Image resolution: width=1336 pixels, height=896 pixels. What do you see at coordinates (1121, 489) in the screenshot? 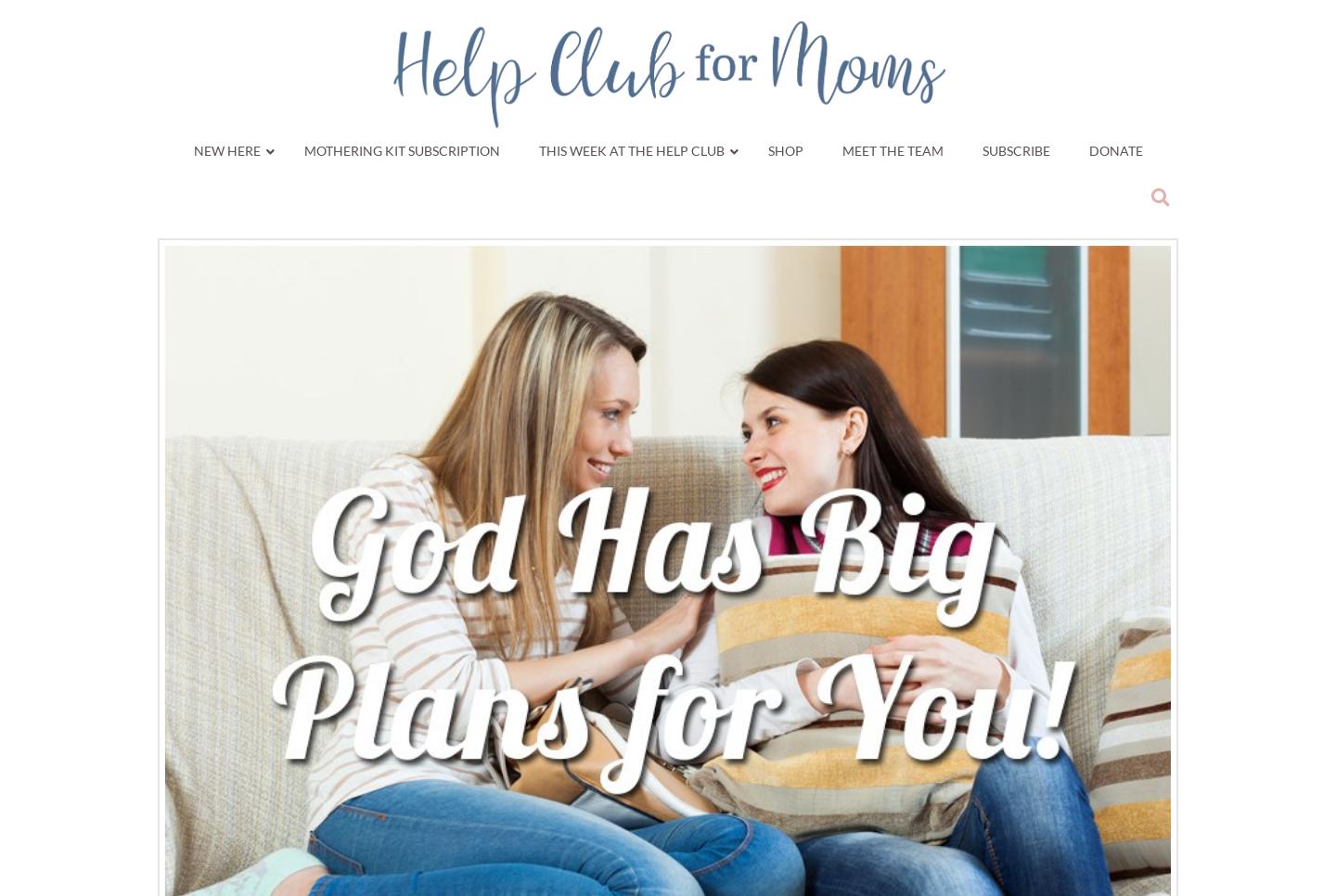
I see `'See more…'` at bounding box center [1121, 489].